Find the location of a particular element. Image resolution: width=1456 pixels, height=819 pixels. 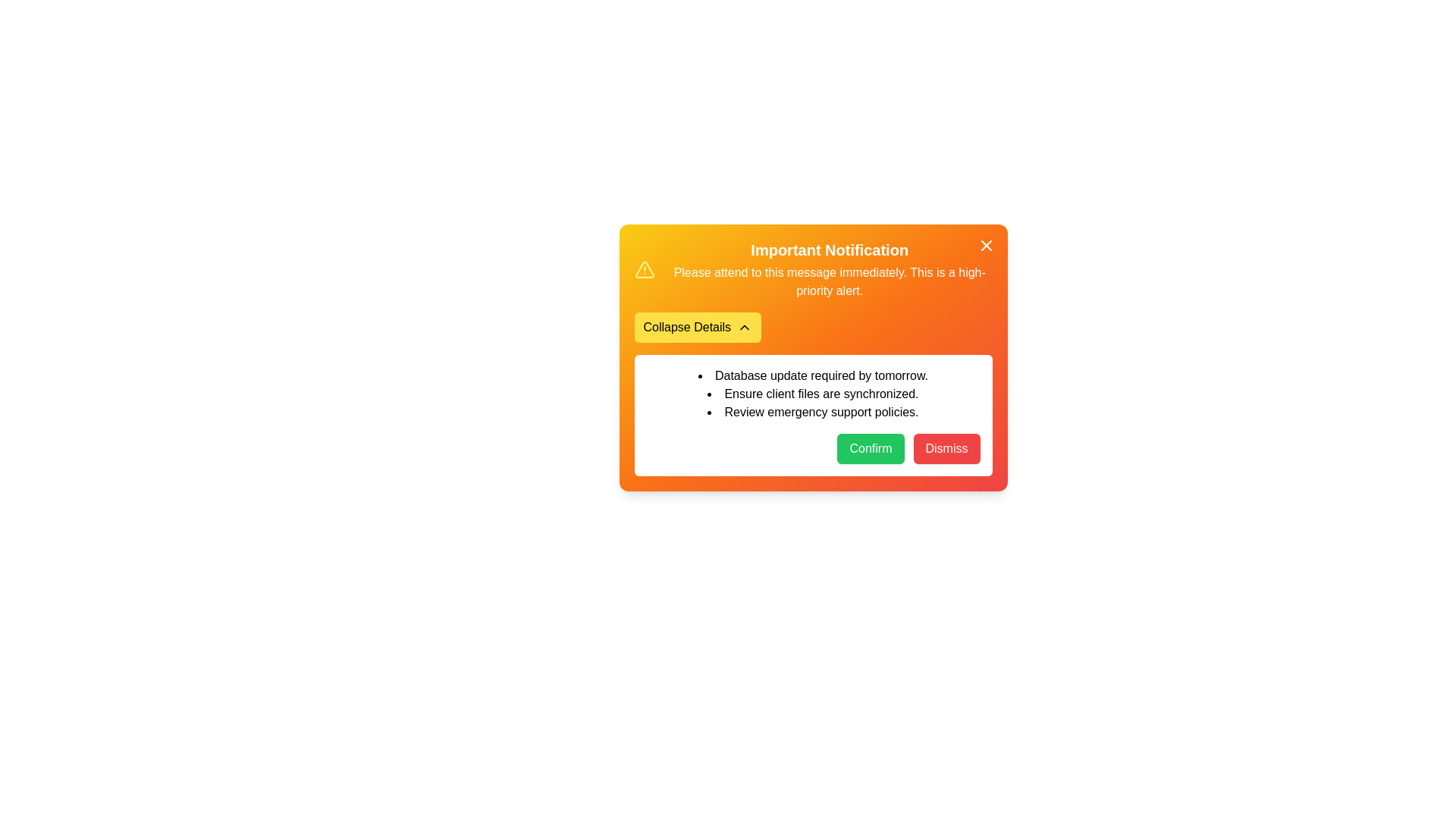

close button to toggle the visibility of the notification panel is located at coordinates (986, 245).